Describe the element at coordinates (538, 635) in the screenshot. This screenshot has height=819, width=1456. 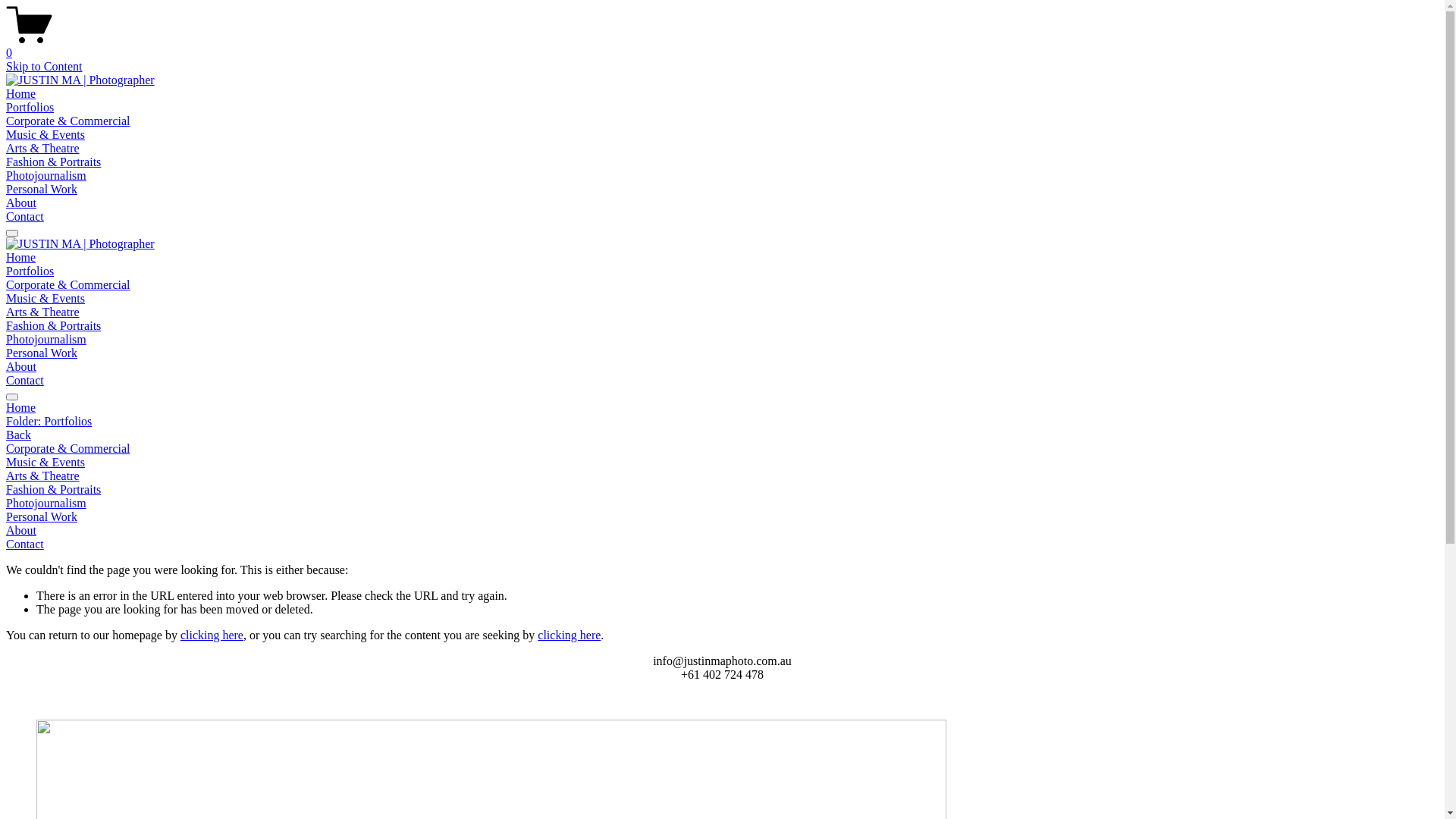
I see `'clicking here'` at that location.